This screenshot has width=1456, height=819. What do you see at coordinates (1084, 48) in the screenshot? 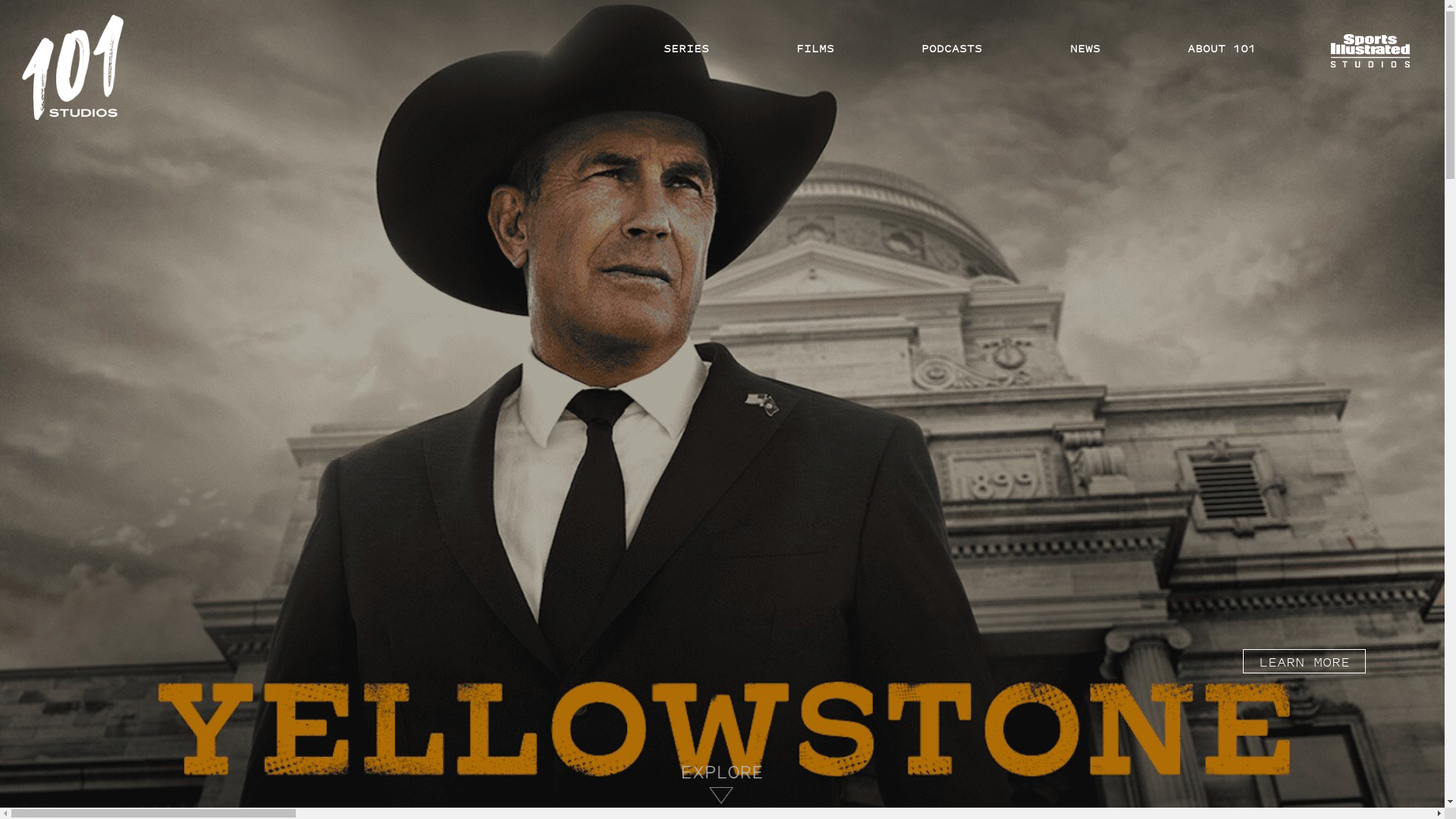
I see `'NEWS'` at bounding box center [1084, 48].